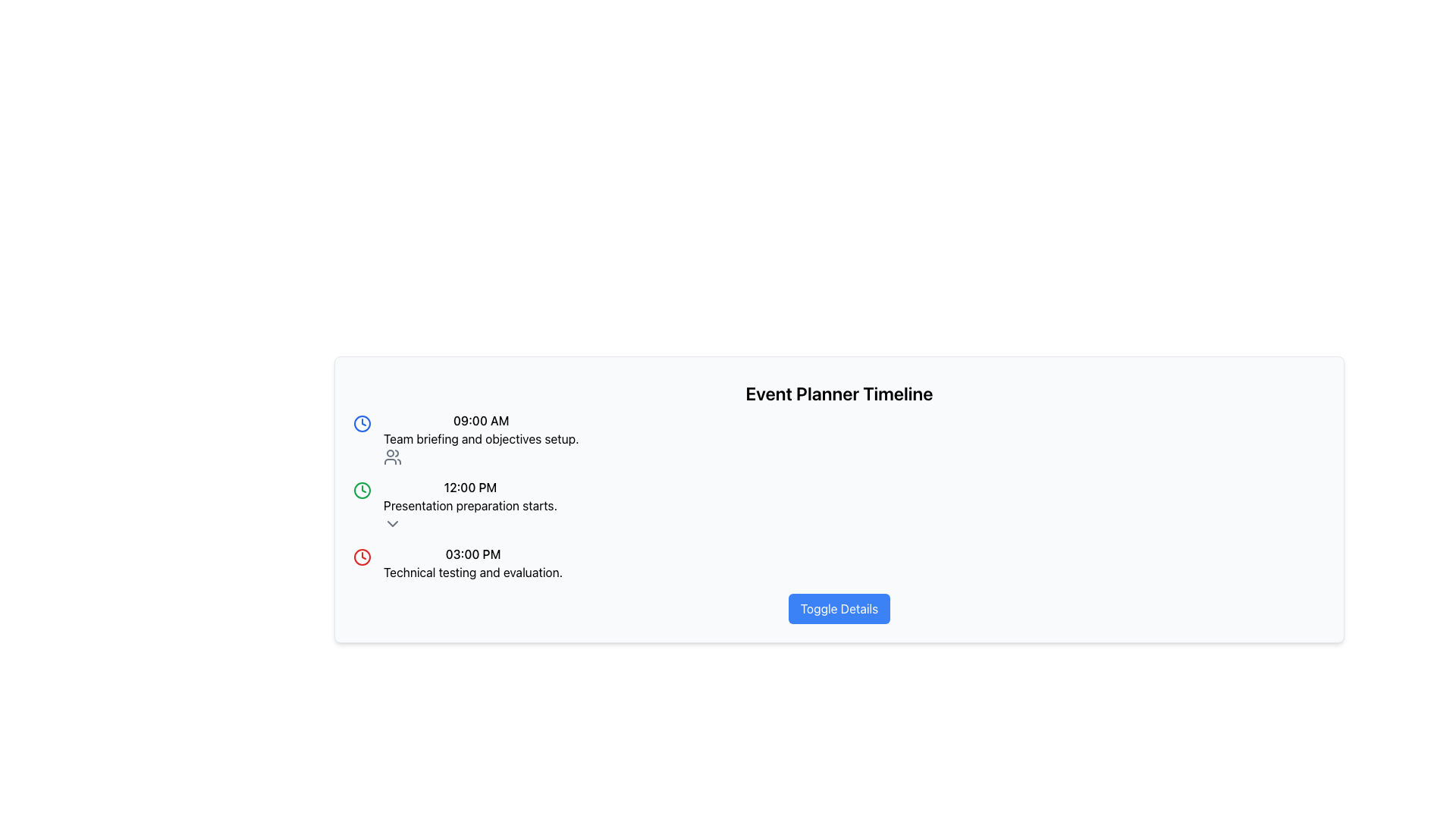 The height and width of the screenshot is (819, 1456). Describe the element at coordinates (469, 506) in the screenshot. I see `the static text displaying 'Presentation preparation starts.' which is positioned directly below '12:00 PM' in the timeline interface` at that location.